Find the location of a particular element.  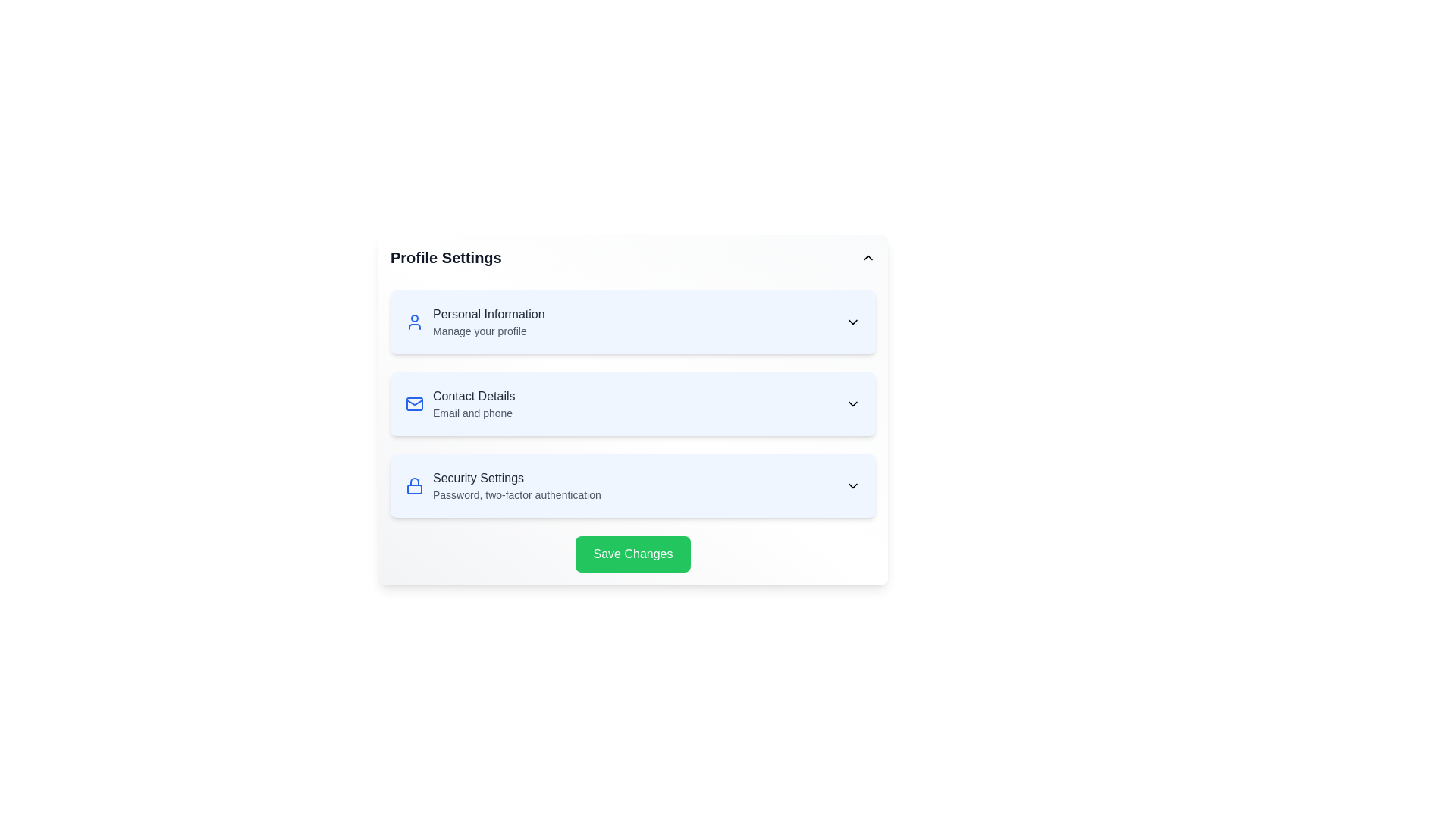

the first row of the 'Profile Settings' list, which is an expandable list item that allows access to personal profile information is located at coordinates (633, 321).